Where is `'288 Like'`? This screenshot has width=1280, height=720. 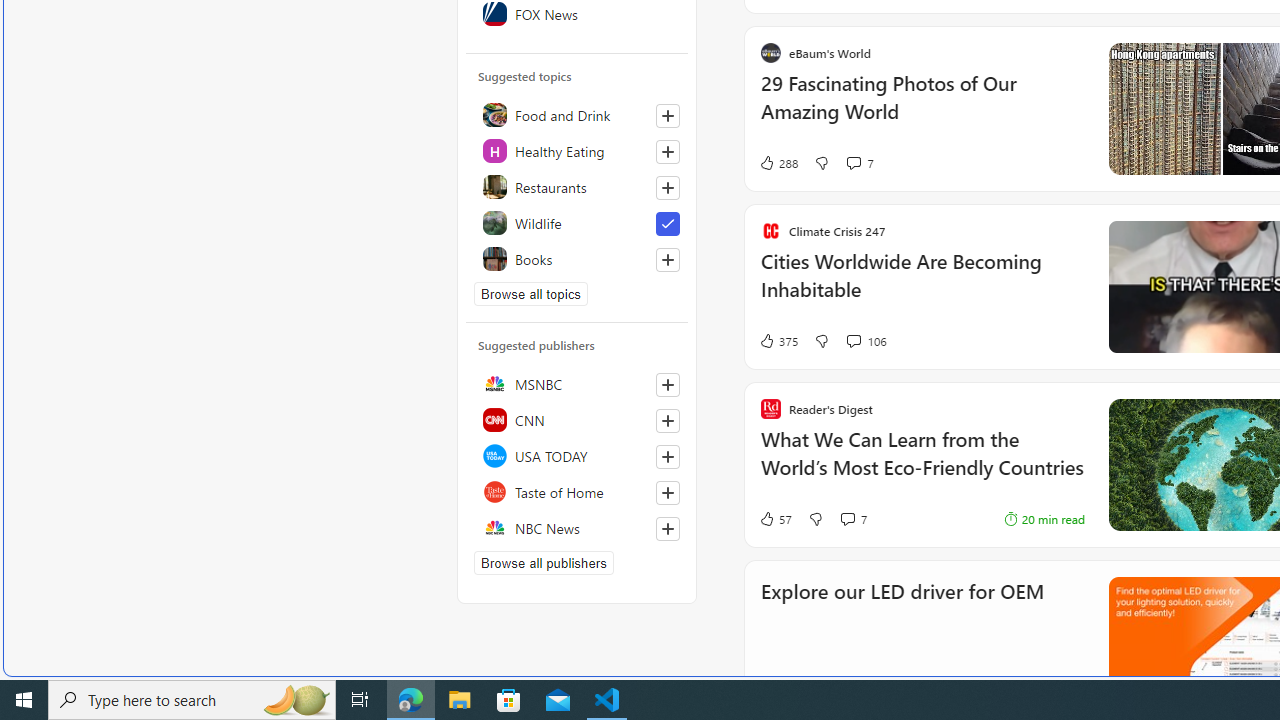
'288 Like' is located at coordinates (777, 162).